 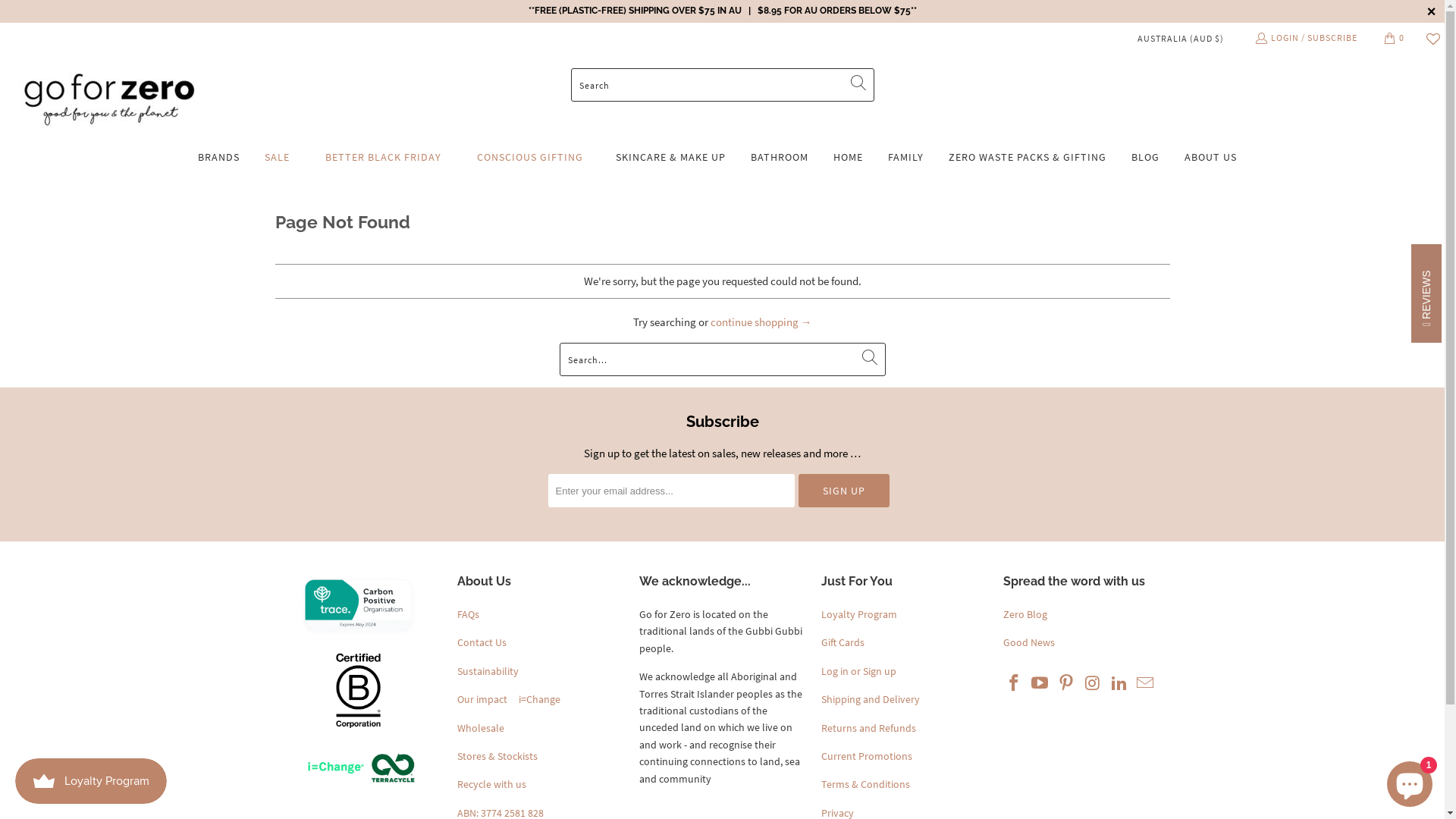 I want to click on 'Returns and Refunds', so click(x=868, y=727).